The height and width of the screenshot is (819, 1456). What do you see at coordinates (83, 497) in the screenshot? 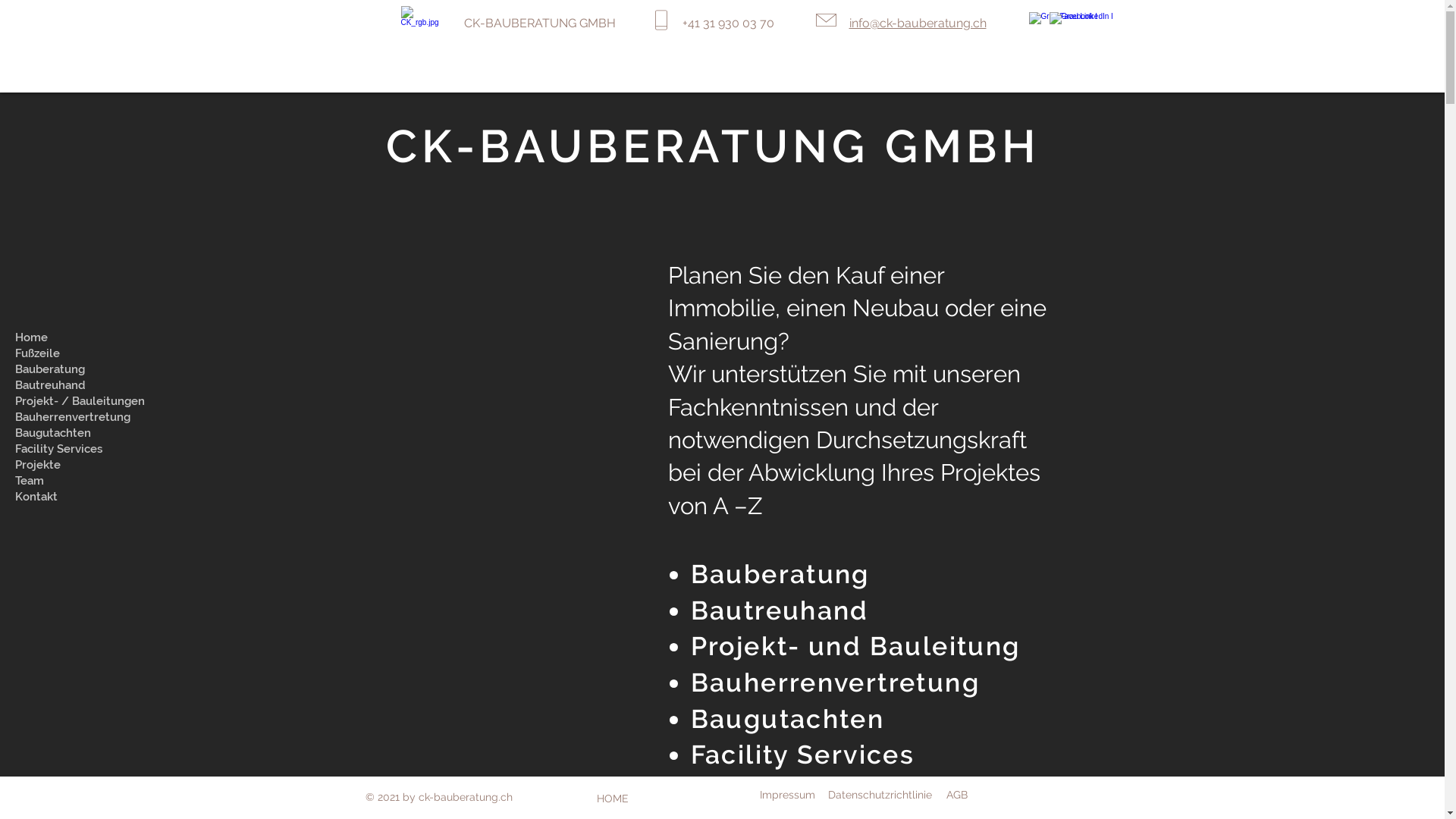
I see `'Kontakt'` at bounding box center [83, 497].